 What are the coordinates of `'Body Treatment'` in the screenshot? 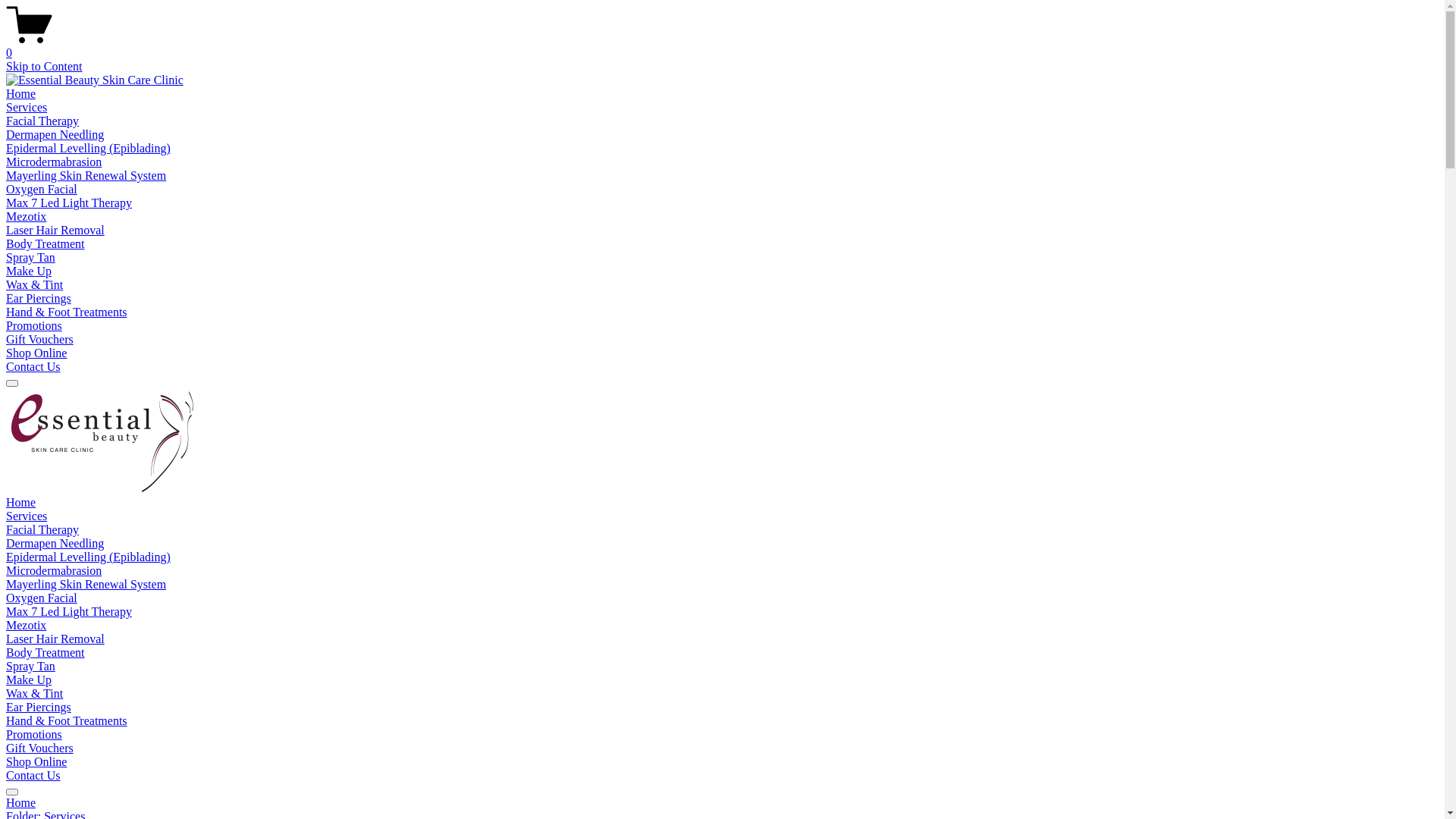 It's located at (45, 651).